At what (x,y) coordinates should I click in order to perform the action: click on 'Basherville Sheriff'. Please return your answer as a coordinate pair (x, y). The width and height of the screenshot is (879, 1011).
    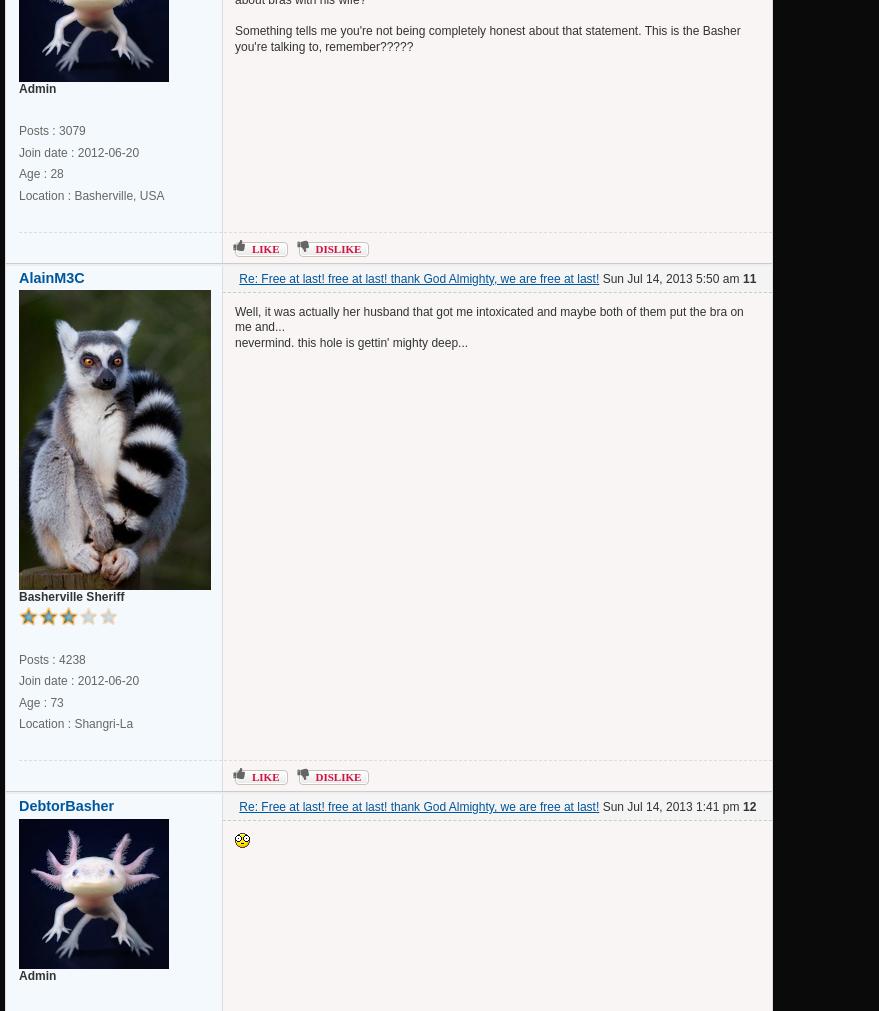
    Looking at the image, I should click on (71, 596).